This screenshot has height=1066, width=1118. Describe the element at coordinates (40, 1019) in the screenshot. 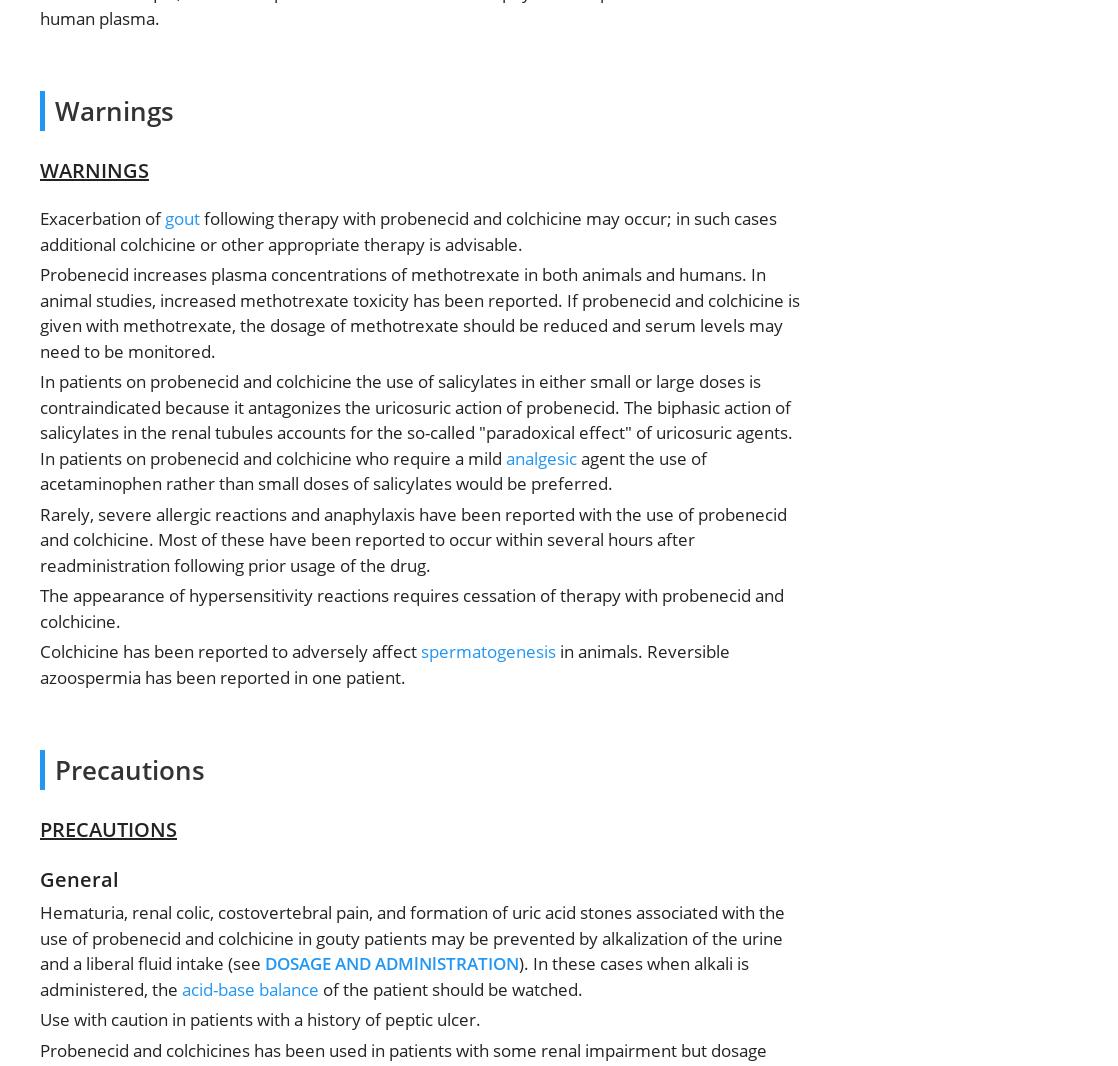

I see `'Use with caution in patients with a history of peptic ulcer.'` at that location.